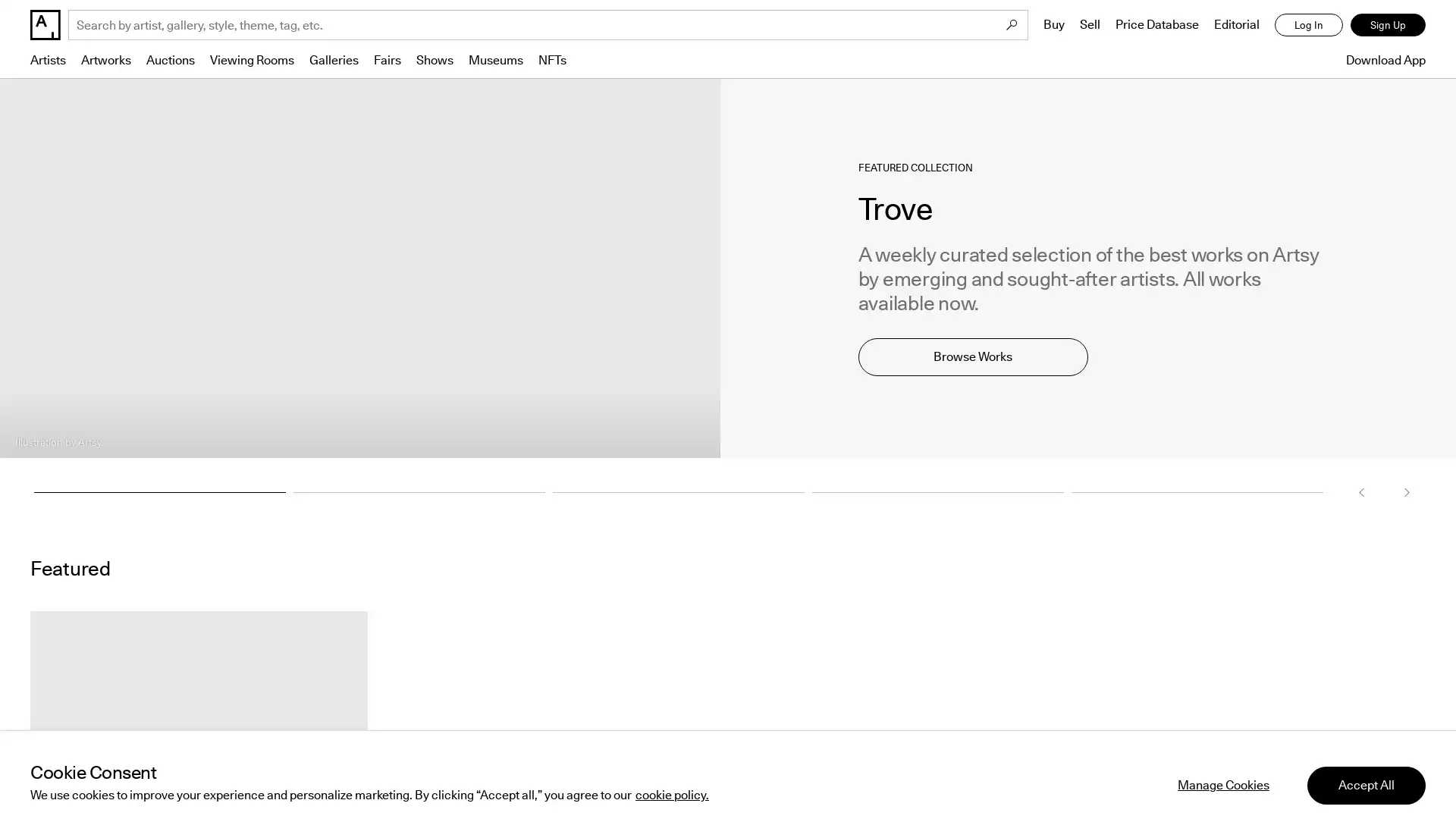 The height and width of the screenshot is (819, 1456). What do you see at coordinates (1388, 25) in the screenshot?
I see `Sign Up` at bounding box center [1388, 25].